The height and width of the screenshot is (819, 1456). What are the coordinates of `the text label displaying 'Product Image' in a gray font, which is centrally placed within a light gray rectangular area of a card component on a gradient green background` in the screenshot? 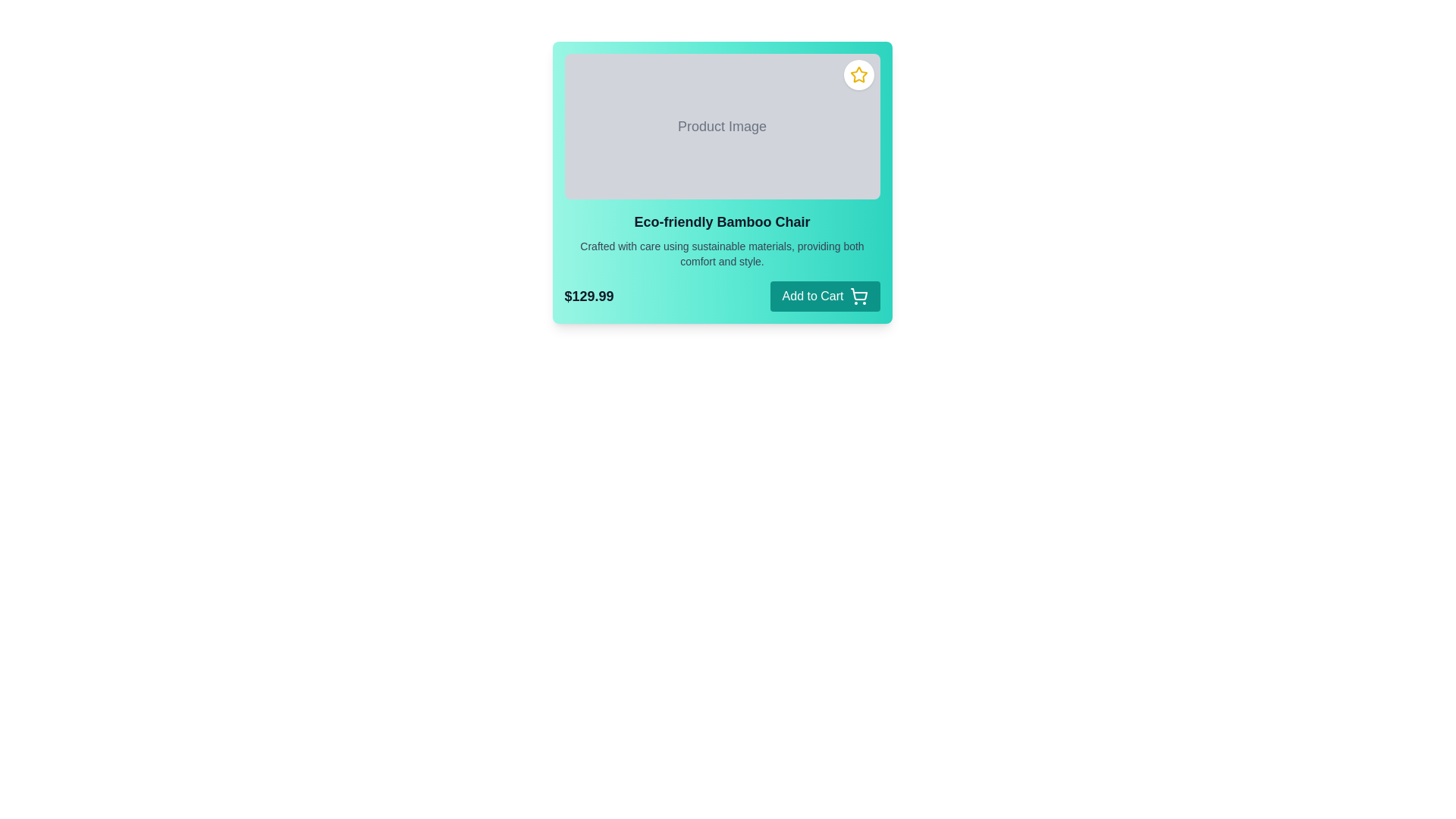 It's located at (721, 125).